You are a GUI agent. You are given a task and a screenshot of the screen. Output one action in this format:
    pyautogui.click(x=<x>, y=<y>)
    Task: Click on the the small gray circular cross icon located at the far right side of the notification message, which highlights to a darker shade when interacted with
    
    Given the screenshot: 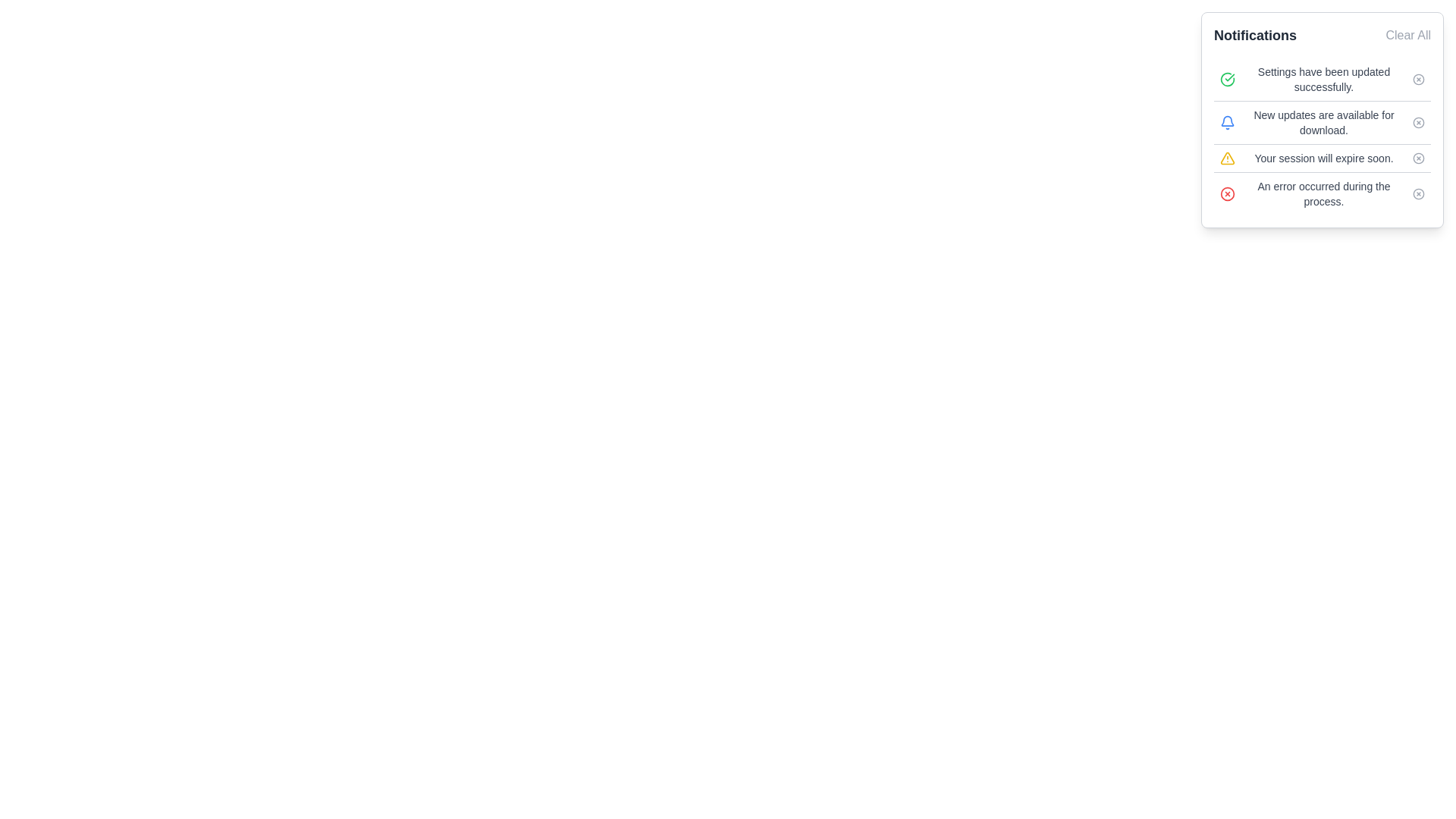 What is the action you would take?
    pyautogui.click(x=1418, y=158)
    